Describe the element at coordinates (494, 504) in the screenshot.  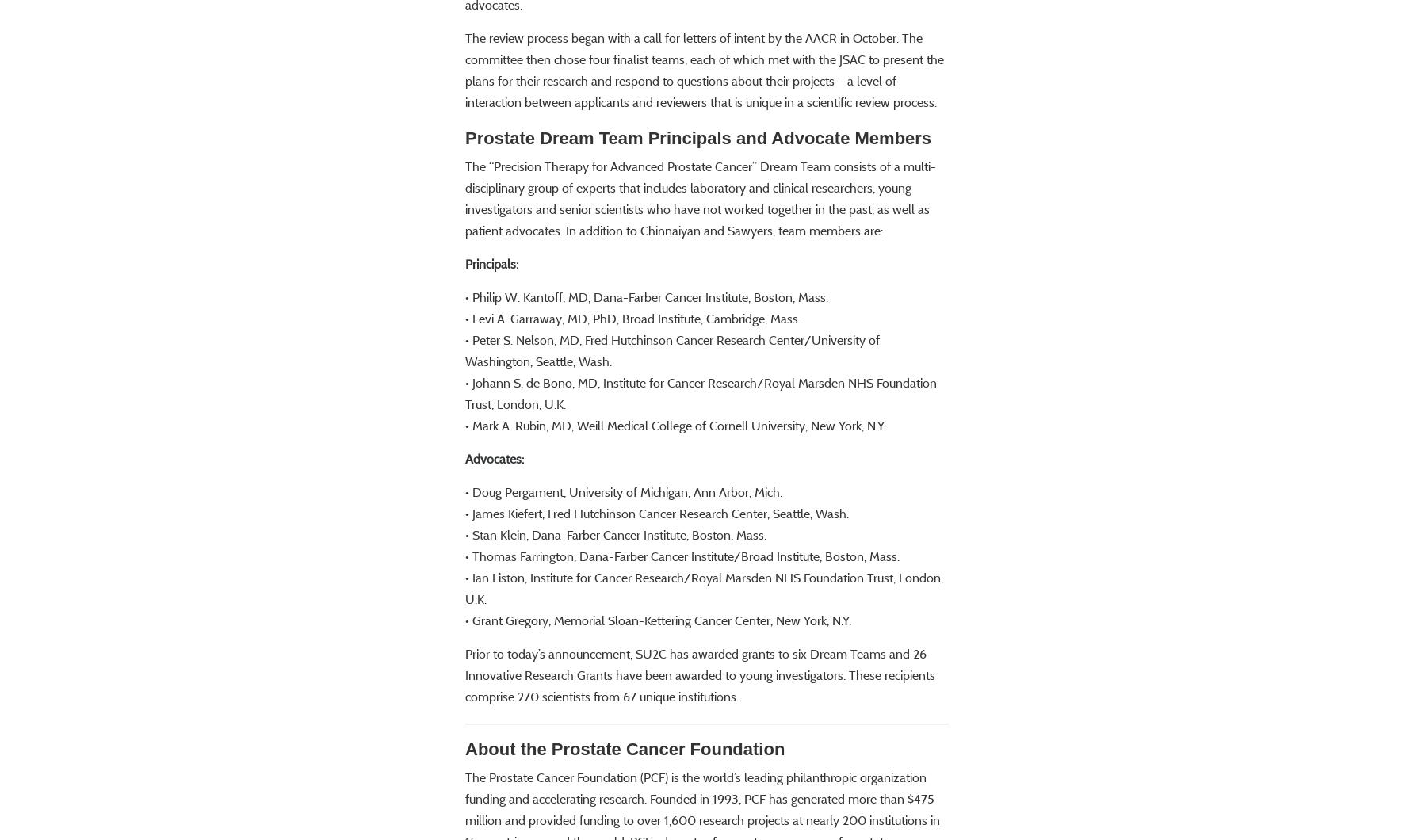
I see `'Advocates:'` at that location.